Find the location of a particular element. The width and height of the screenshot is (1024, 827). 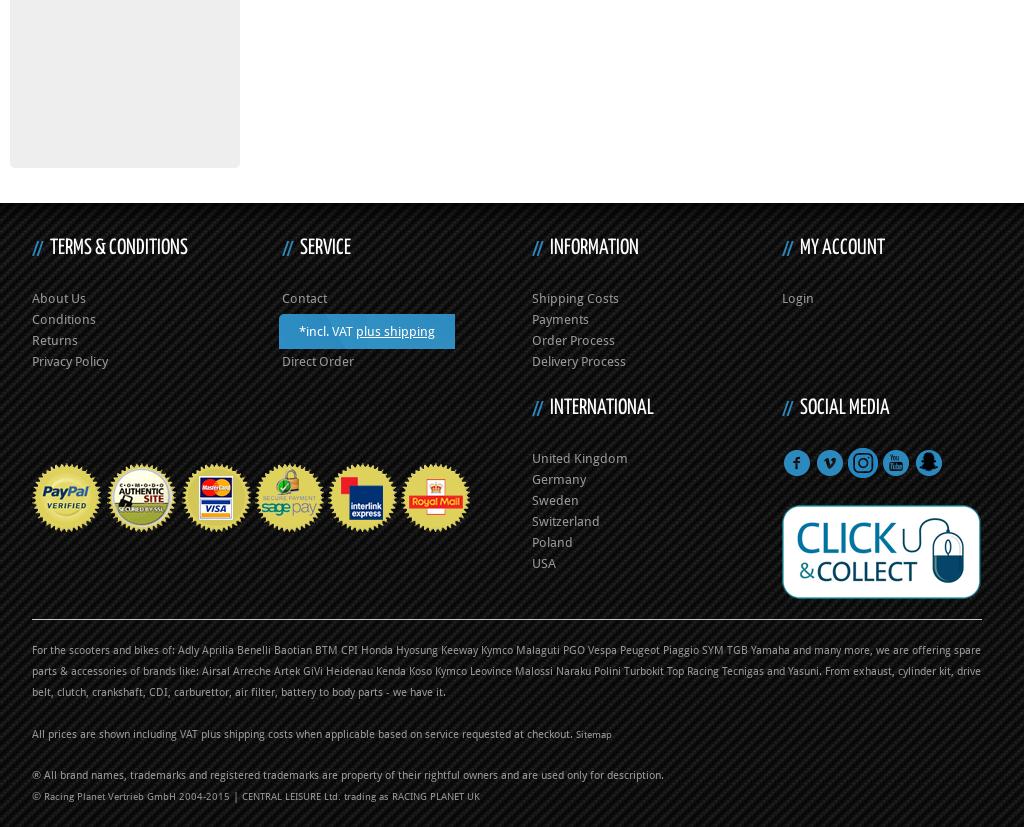

'Artek' is located at coordinates (287, 669).